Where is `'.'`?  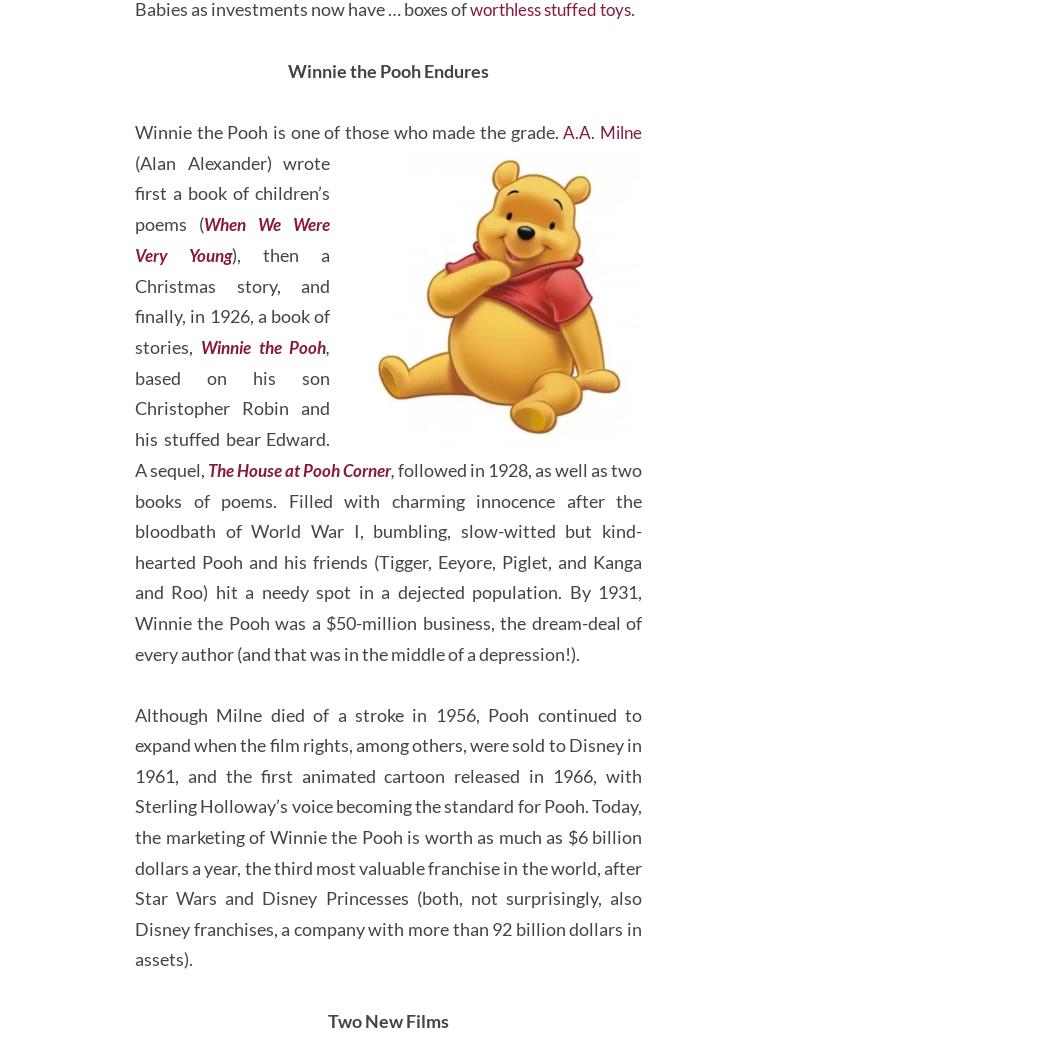
'.' is located at coordinates (171, 84).